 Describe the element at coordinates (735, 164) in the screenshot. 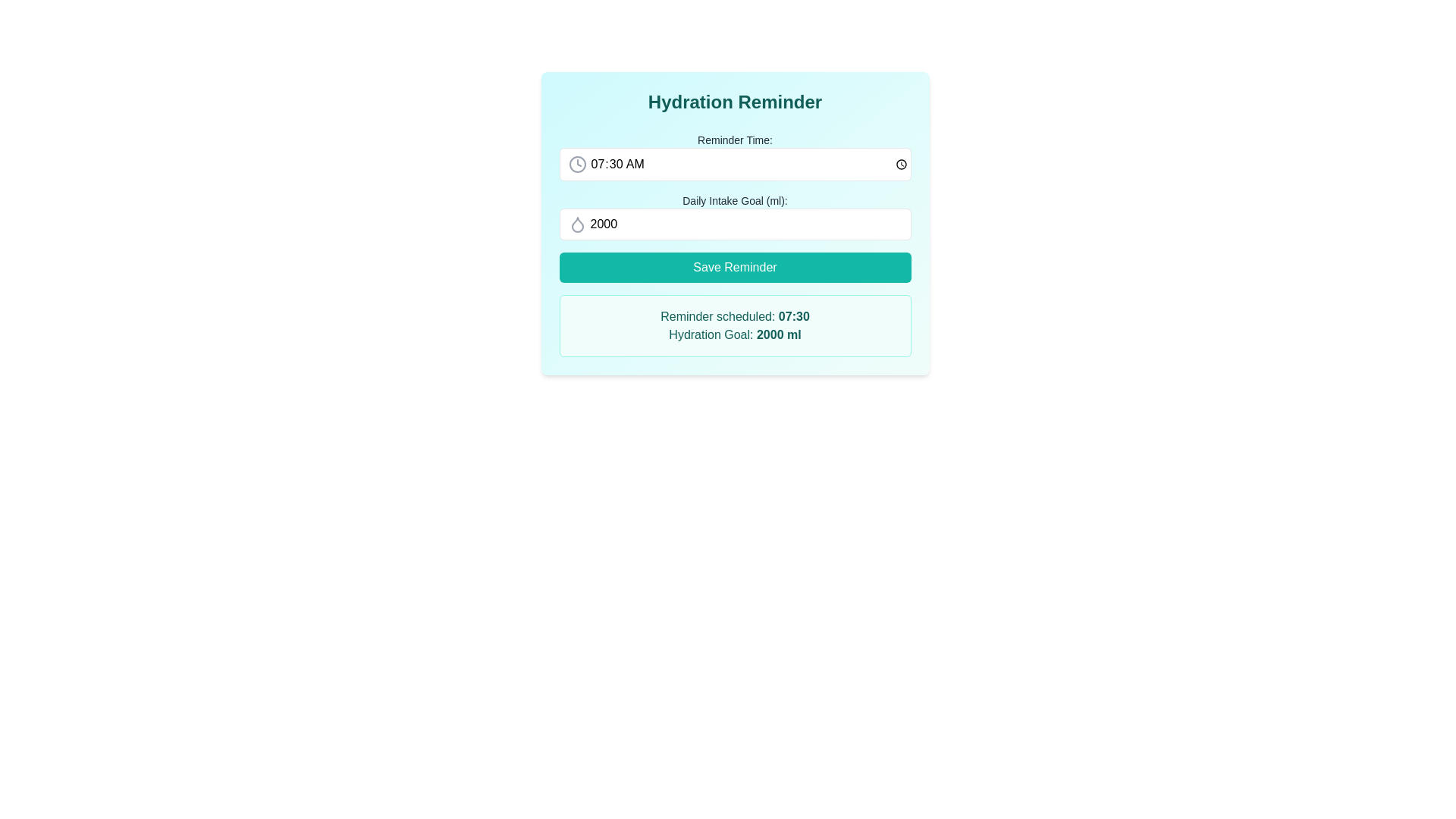

I see `the Time input field styled with rounded corners and a bordered outline that contains the time value '07:30 AM' to focus on it` at that location.